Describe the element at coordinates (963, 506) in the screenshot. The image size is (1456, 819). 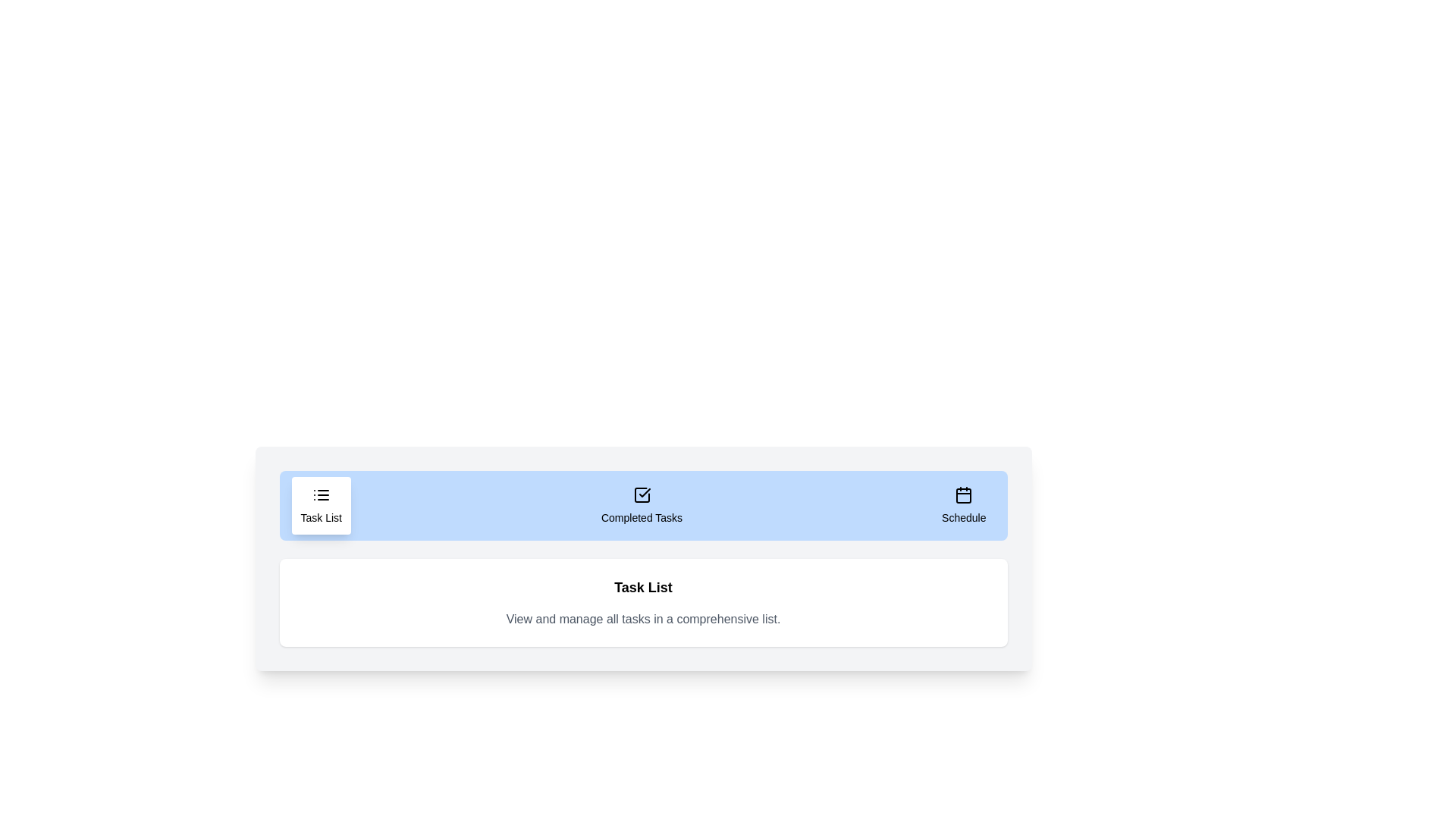
I see `the tab labeled Schedule` at that location.